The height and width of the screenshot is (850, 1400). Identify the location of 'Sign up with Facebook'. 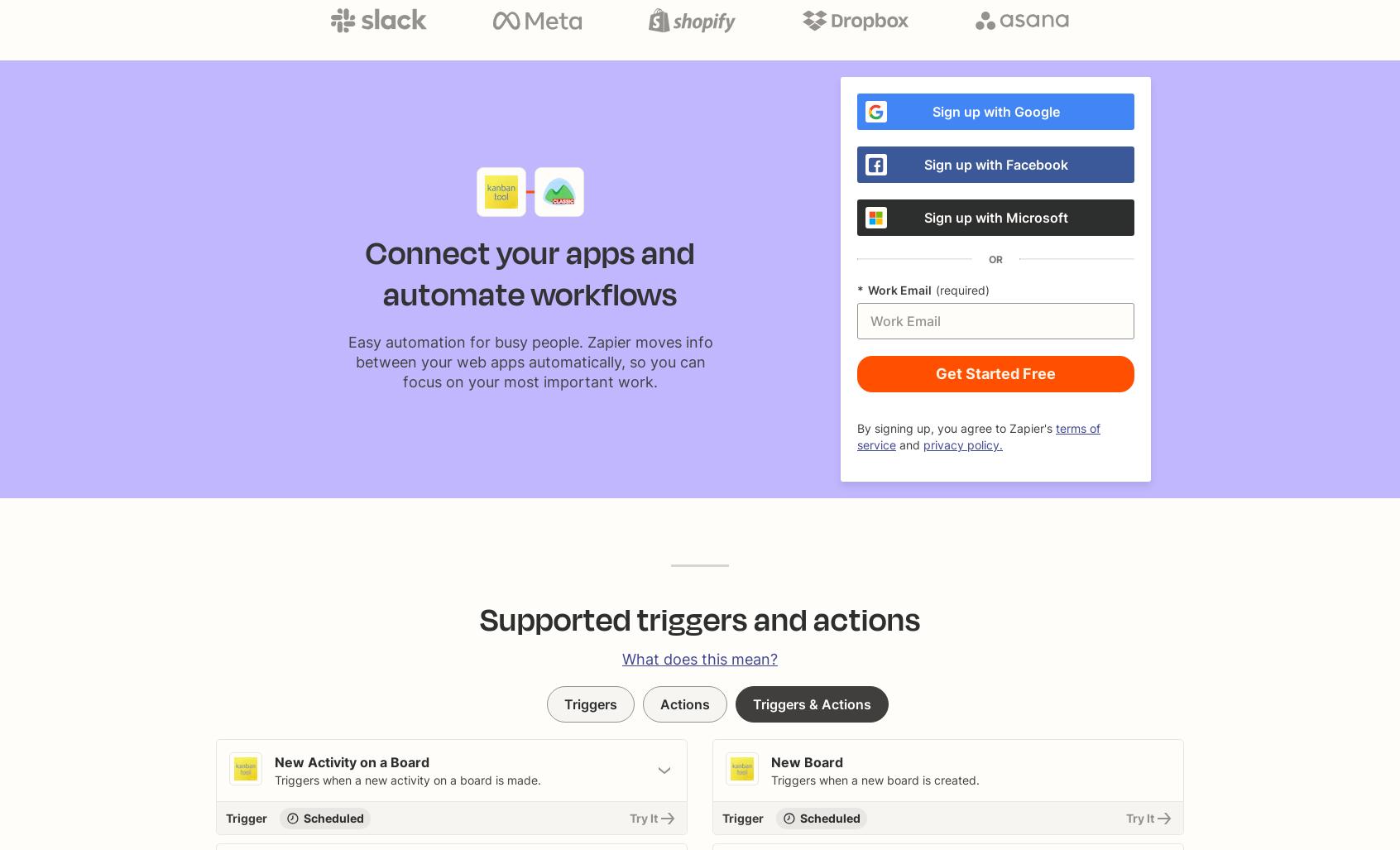
(923, 164).